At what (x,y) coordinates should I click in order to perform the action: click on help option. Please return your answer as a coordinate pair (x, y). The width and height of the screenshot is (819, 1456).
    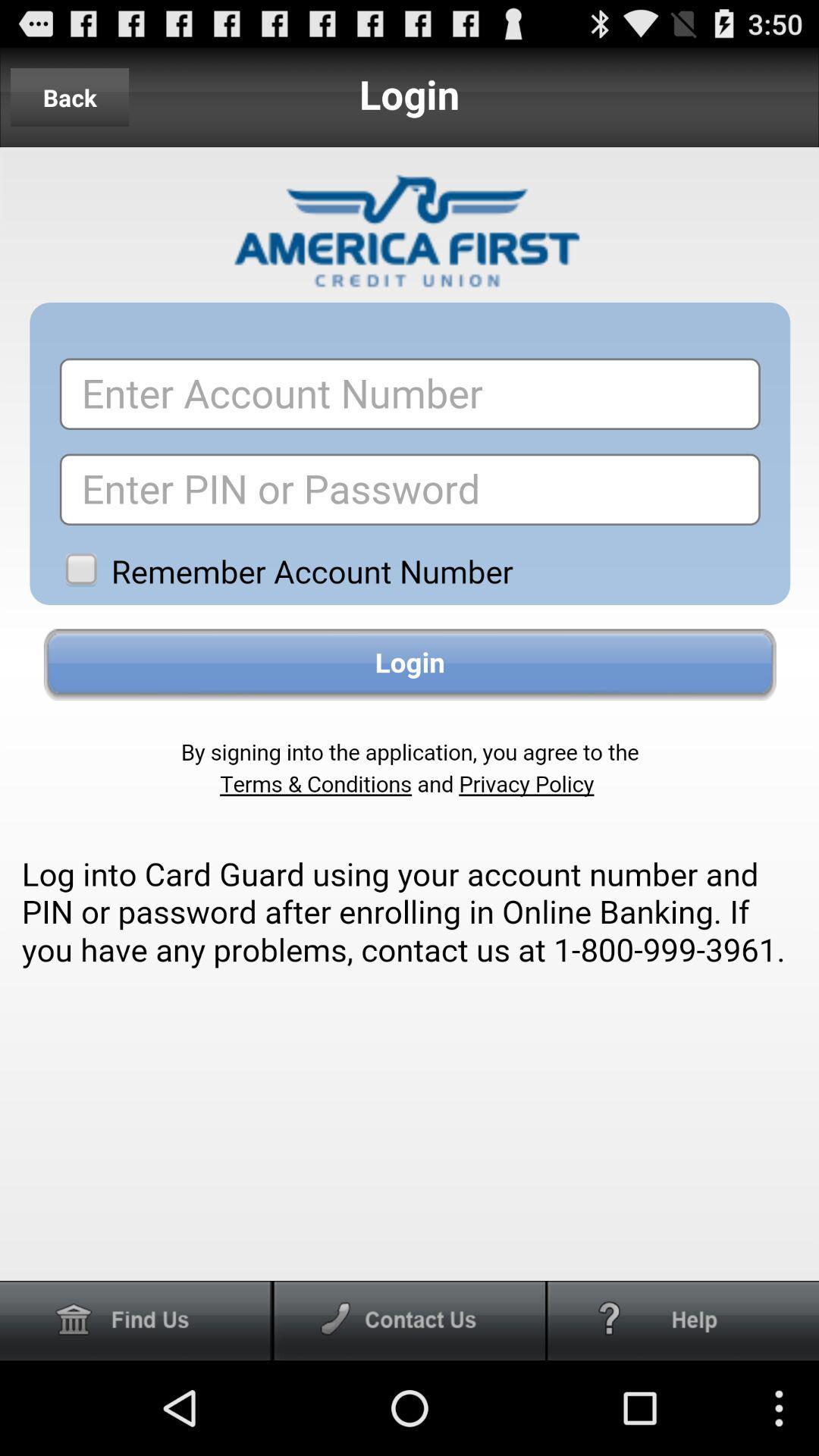
    Looking at the image, I should click on (683, 1319).